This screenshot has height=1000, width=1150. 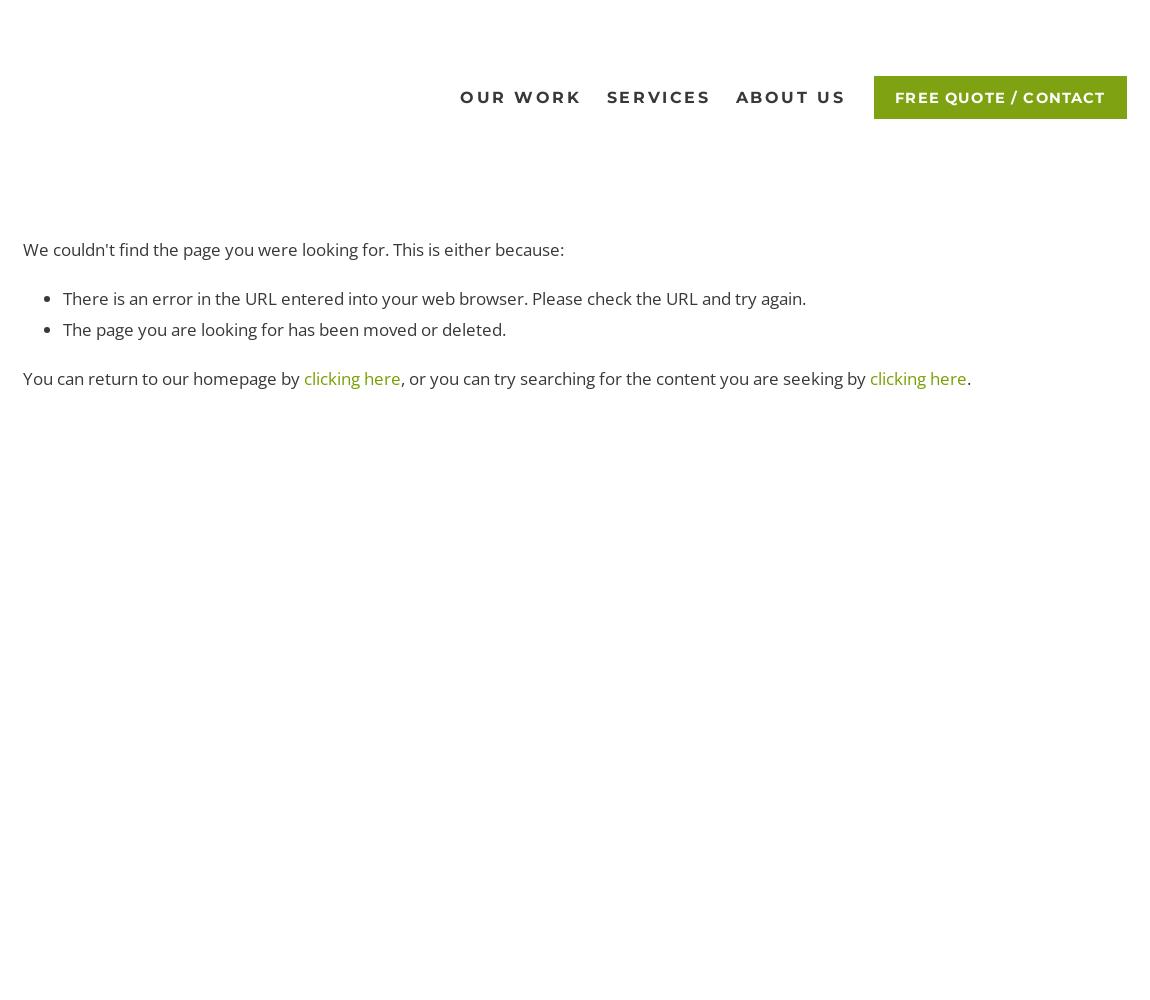 What do you see at coordinates (733, 95) in the screenshot?
I see `'About Us'` at bounding box center [733, 95].